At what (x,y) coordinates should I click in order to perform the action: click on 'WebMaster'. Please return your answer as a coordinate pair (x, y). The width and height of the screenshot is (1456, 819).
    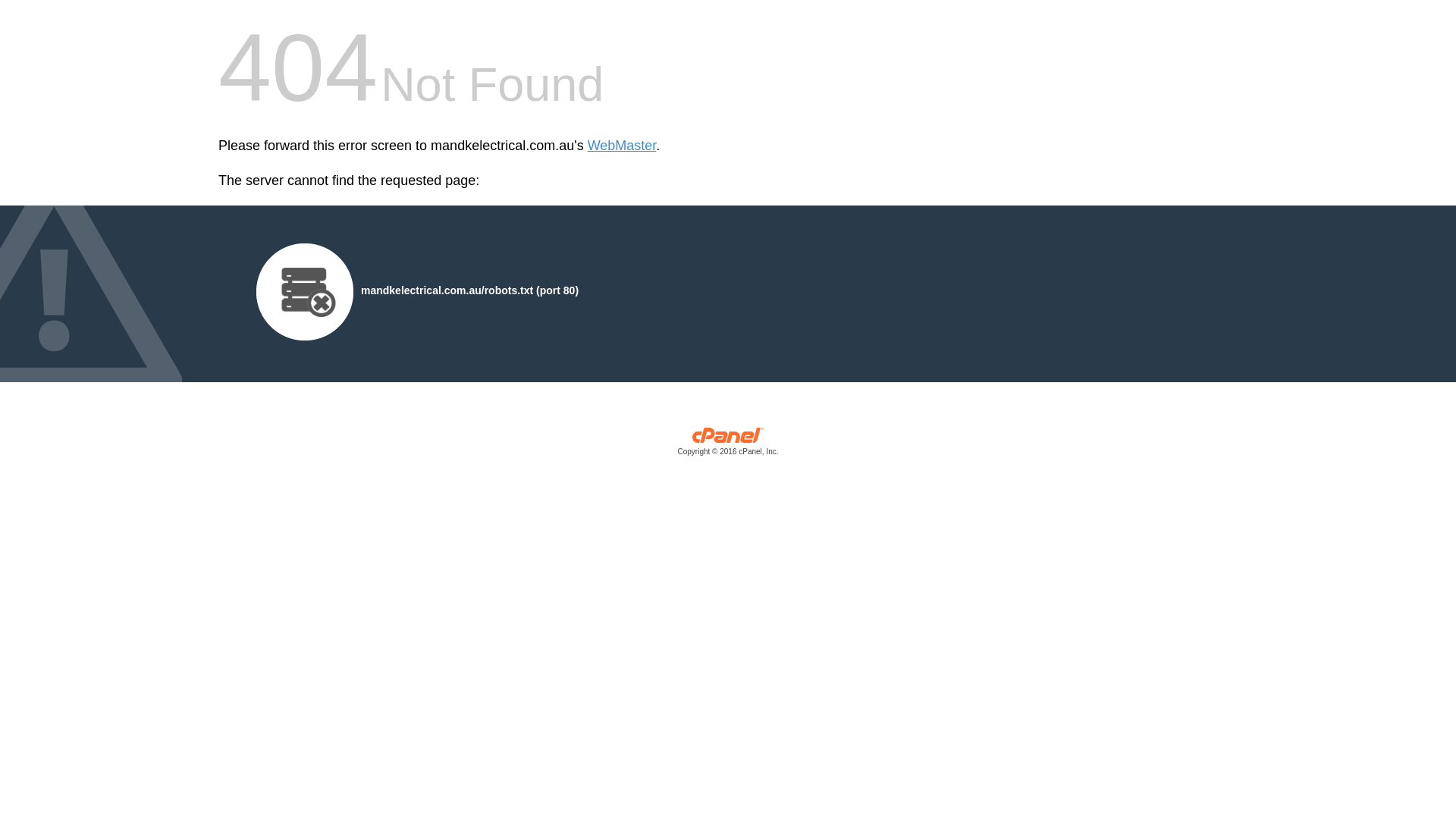
    Looking at the image, I should click on (622, 146).